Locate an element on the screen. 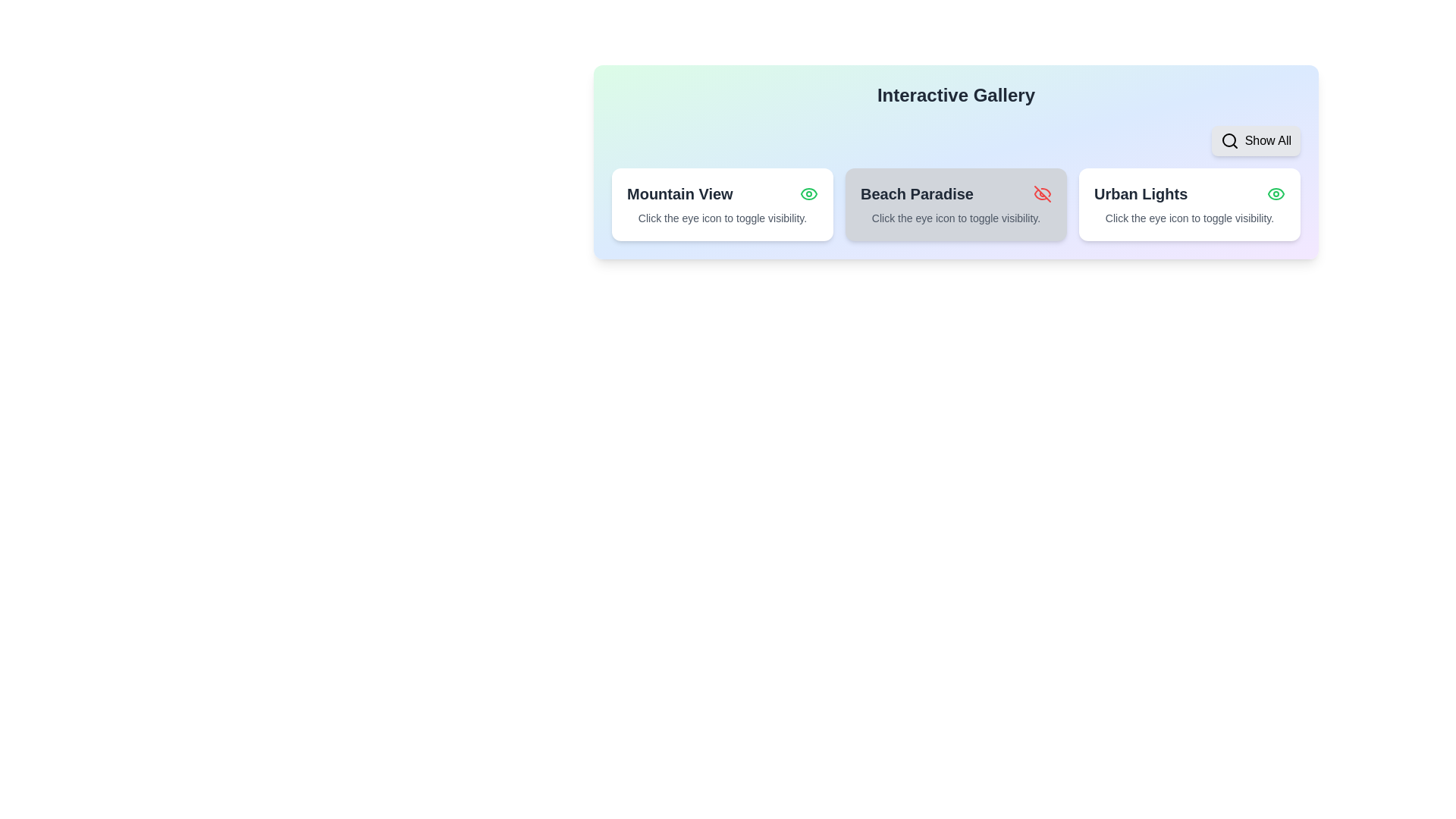  the item card titled 'Urban Lights' is located at coordinates (1189, 205).